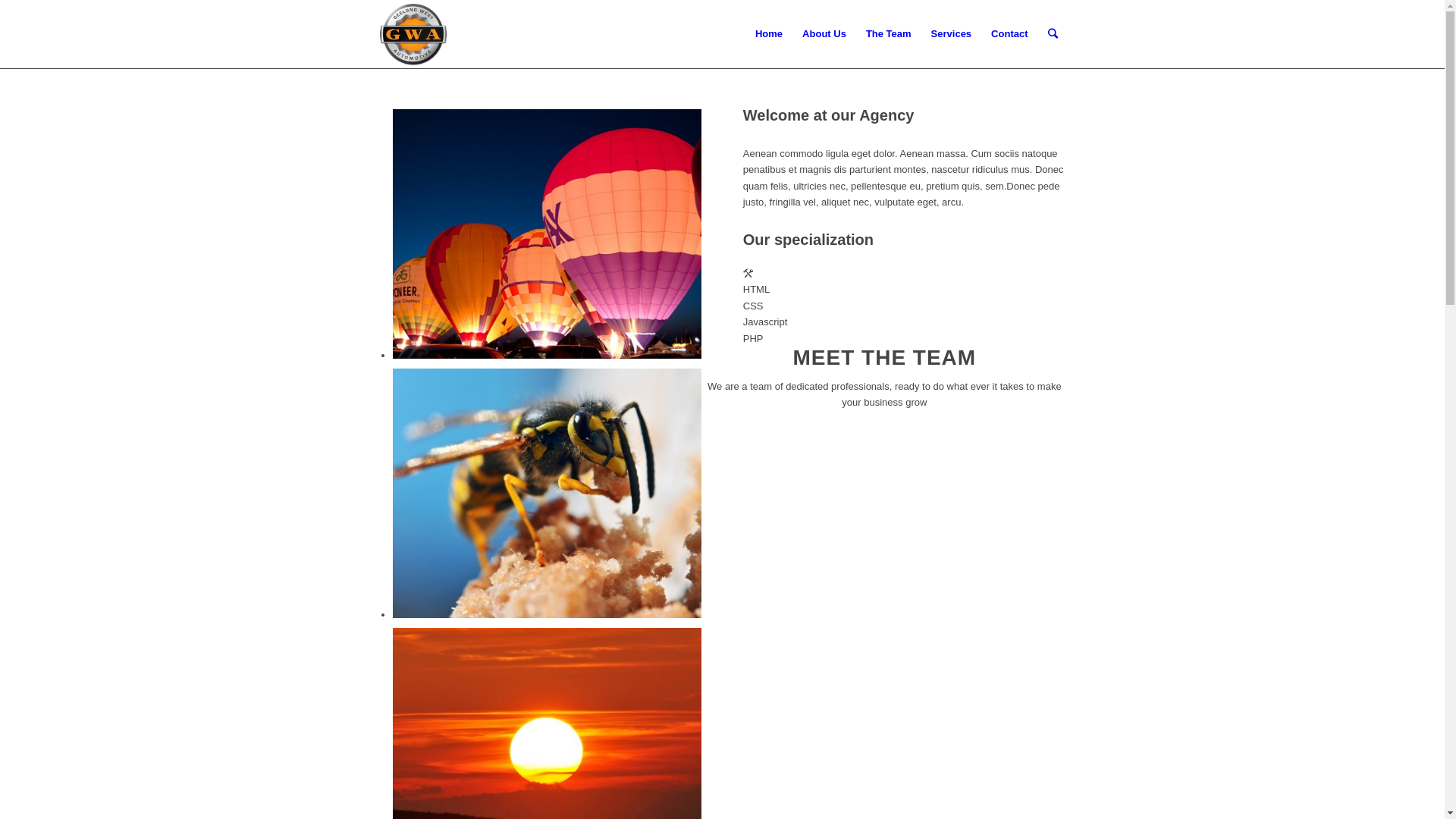 The height and width of the screenshot is (819, 1456). Describe the element at coordinates (546, 234) in the screenshot. I see `'2'` at that location.